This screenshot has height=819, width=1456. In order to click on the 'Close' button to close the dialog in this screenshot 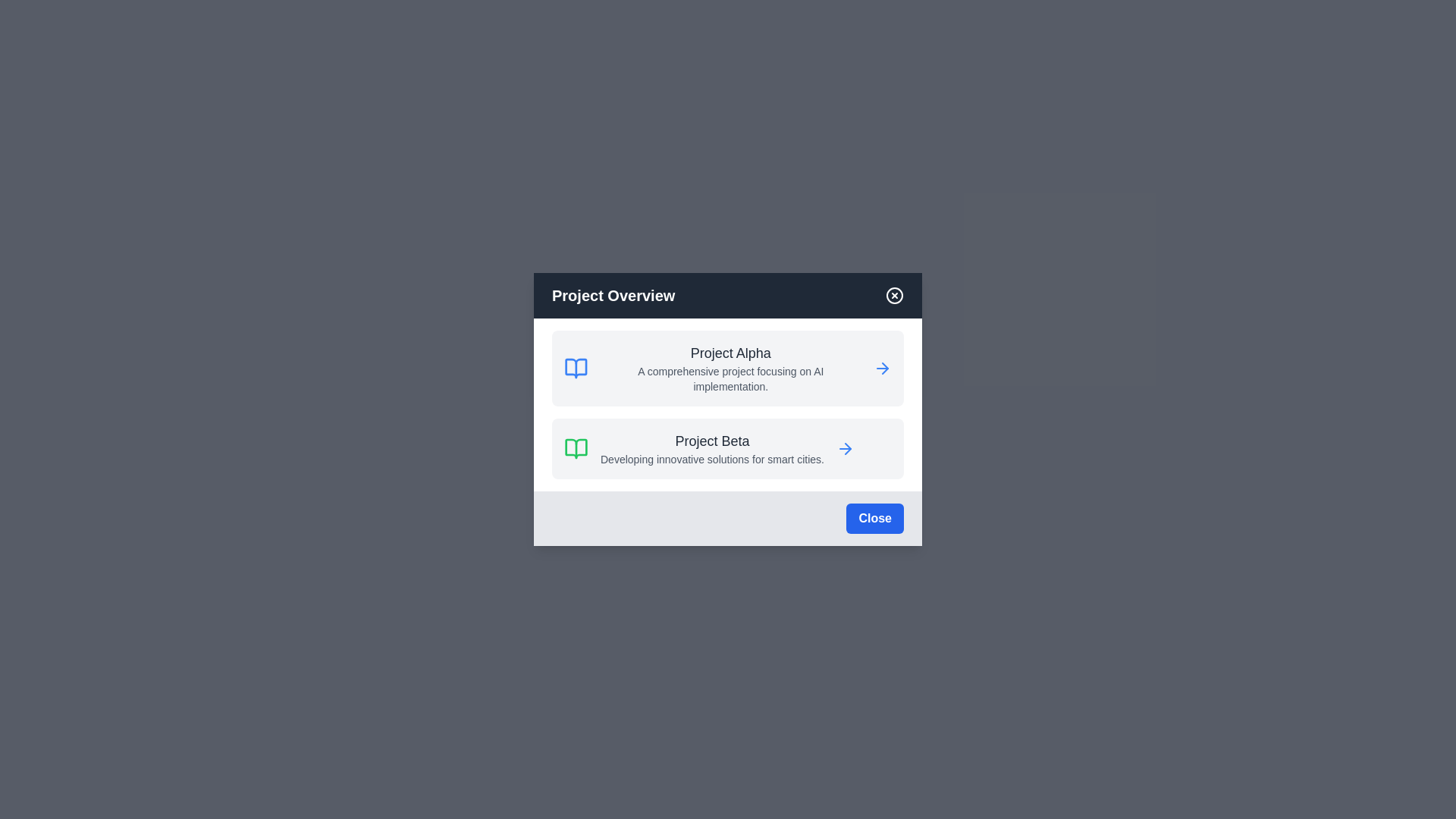, I will do `click(874, 517)`.